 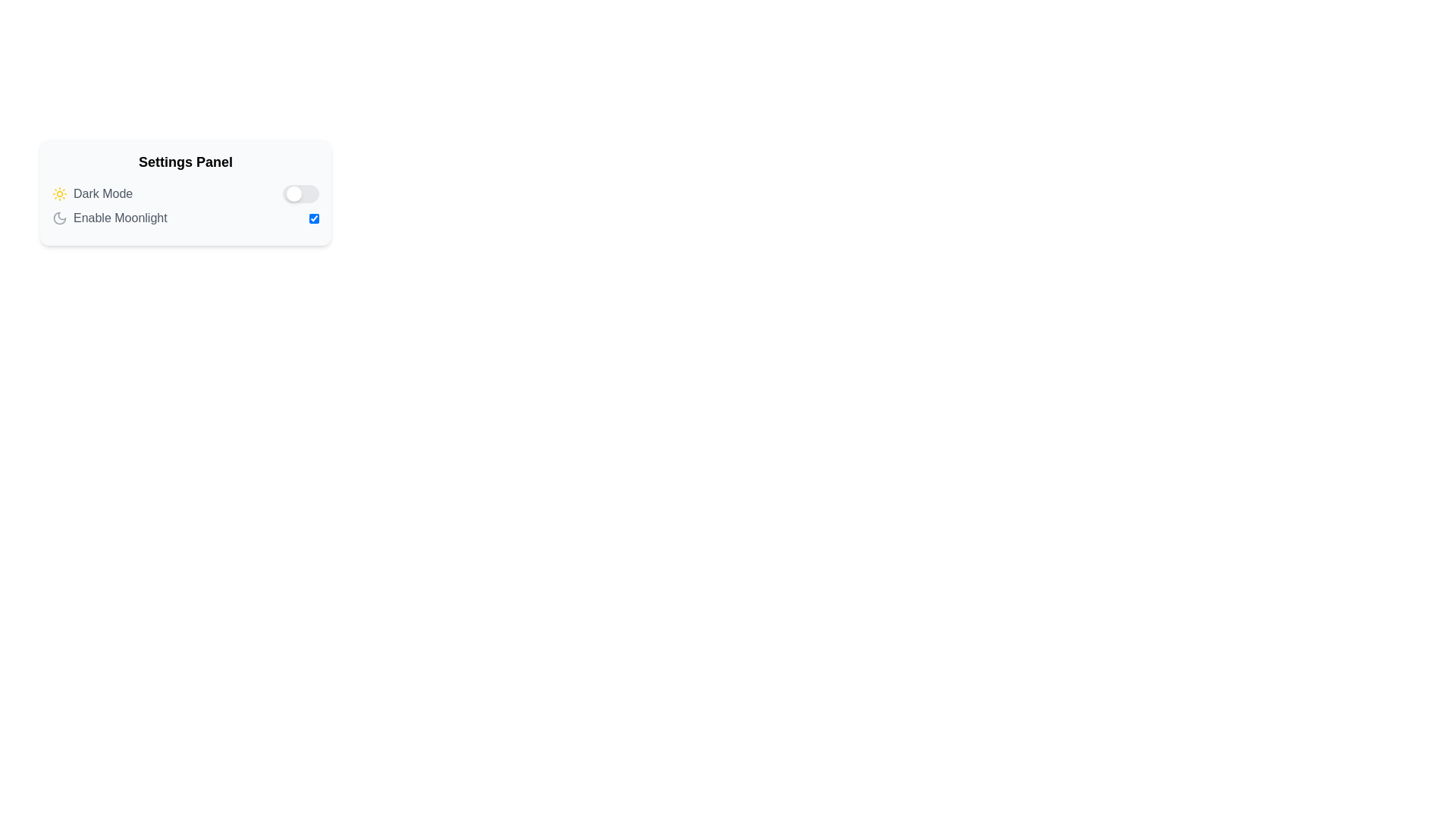 What do you see at coordinates (108, 218) in the screenshot?
I see `the 'Enable Moonlight' label with icon located below 'Dark Mode' in the 'Settings Panel', to the left of the checkbox` at bounding box center [108, 218].